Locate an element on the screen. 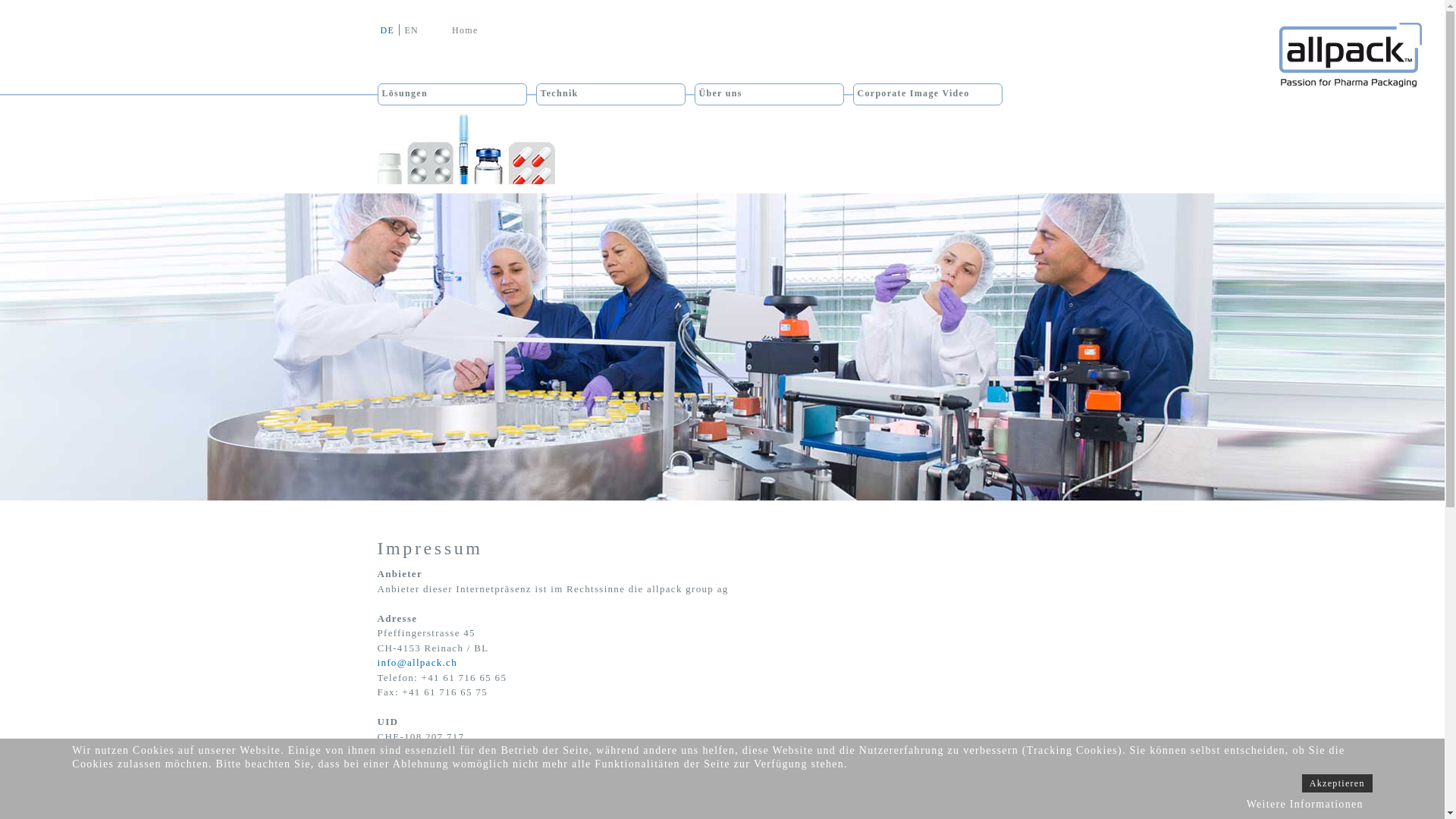 The width and height of the screenshot is (1456, 819). 'EN' is located at coordinates (411, 30).